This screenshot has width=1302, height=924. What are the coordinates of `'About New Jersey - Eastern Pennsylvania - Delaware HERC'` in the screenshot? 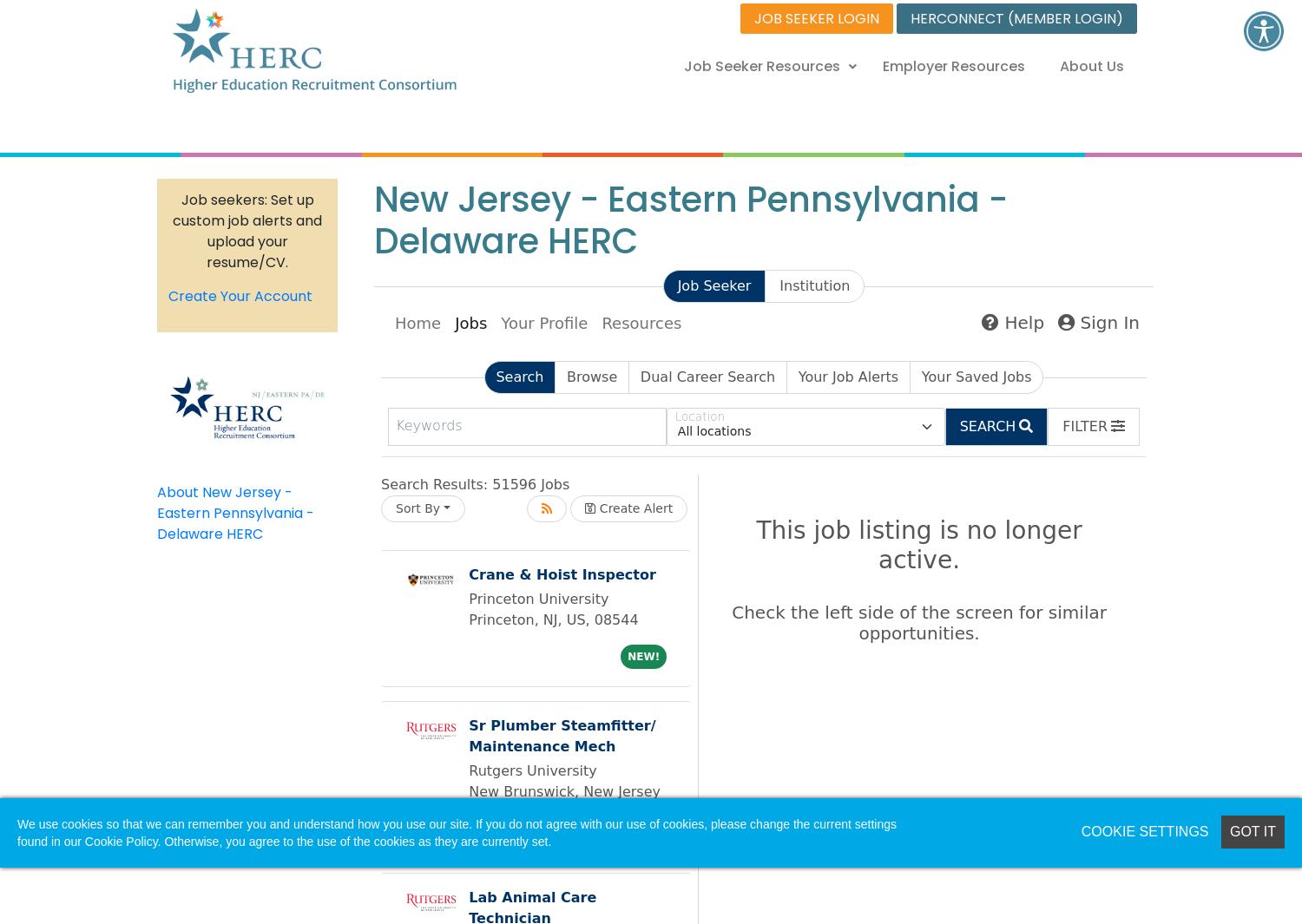 It's located at (235, 512).